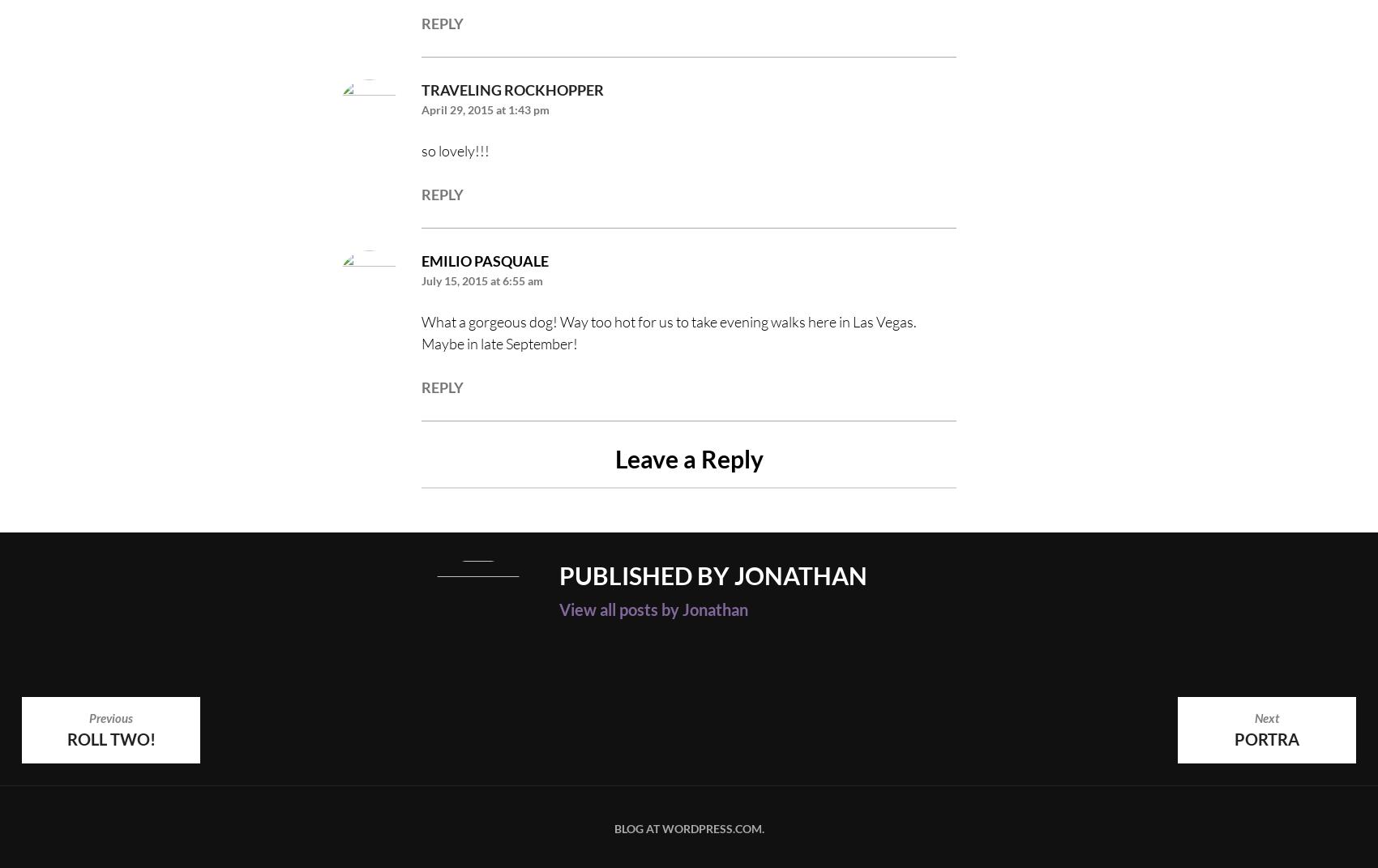  What do you see at coordinates (481, 280) in the screenshot?
I see `'July 15, 2015 at 6:55 am'` at bounding box center [481, 280].